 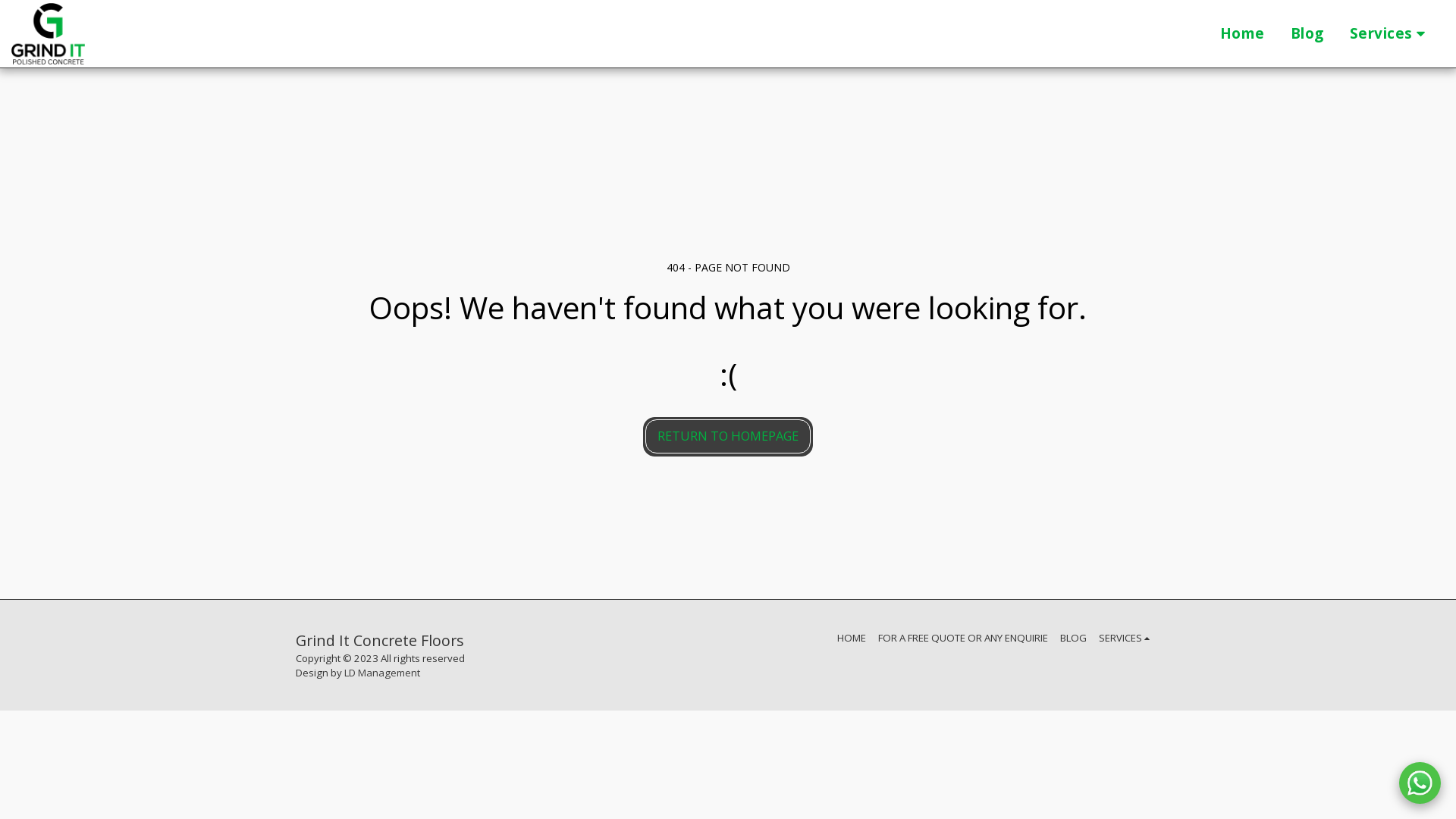 I want to click on 'SERVICES  ', so click(x=1099, y=637).